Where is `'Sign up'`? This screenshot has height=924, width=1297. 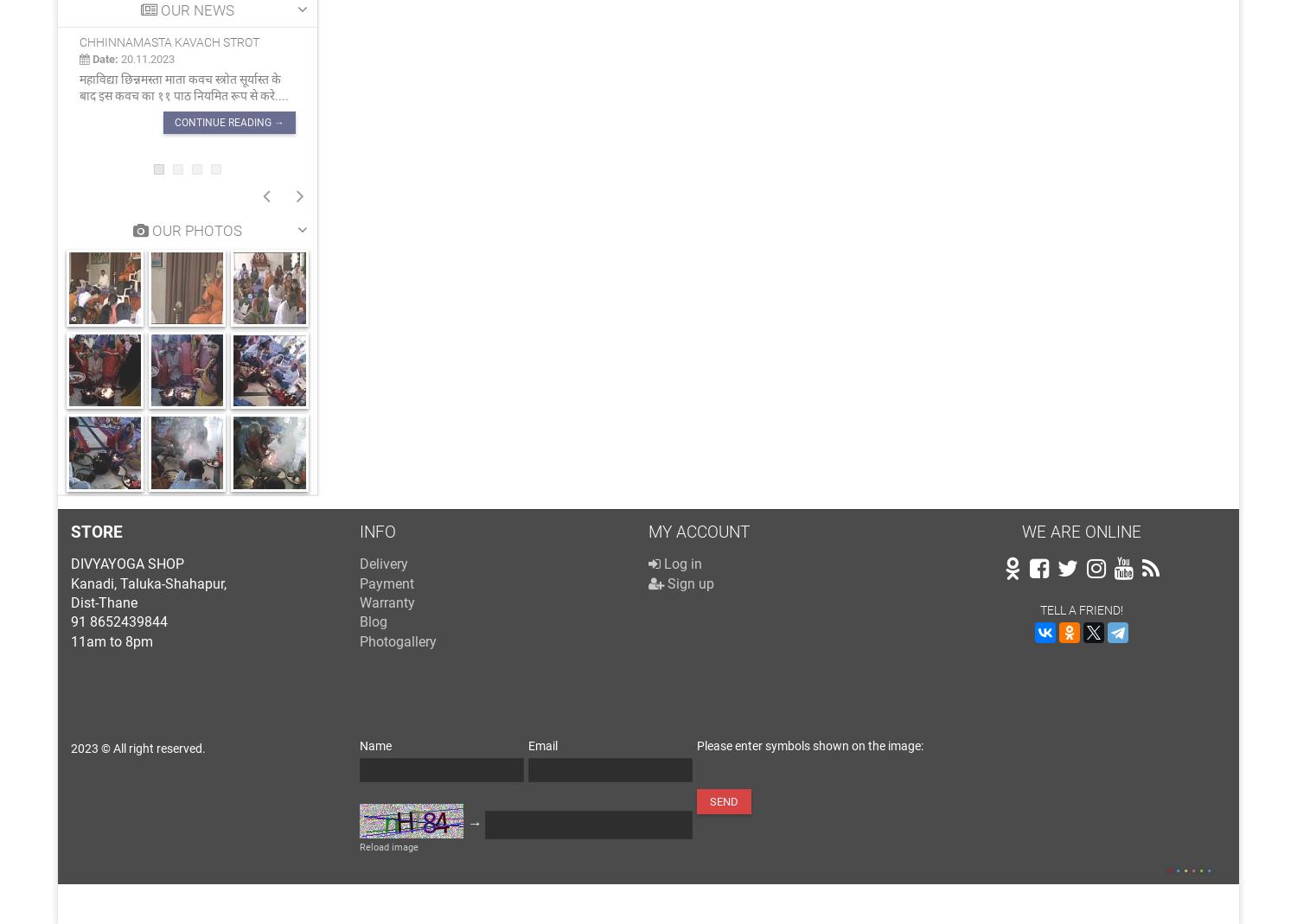 'Sign up' is located at coordinates (688, 582).